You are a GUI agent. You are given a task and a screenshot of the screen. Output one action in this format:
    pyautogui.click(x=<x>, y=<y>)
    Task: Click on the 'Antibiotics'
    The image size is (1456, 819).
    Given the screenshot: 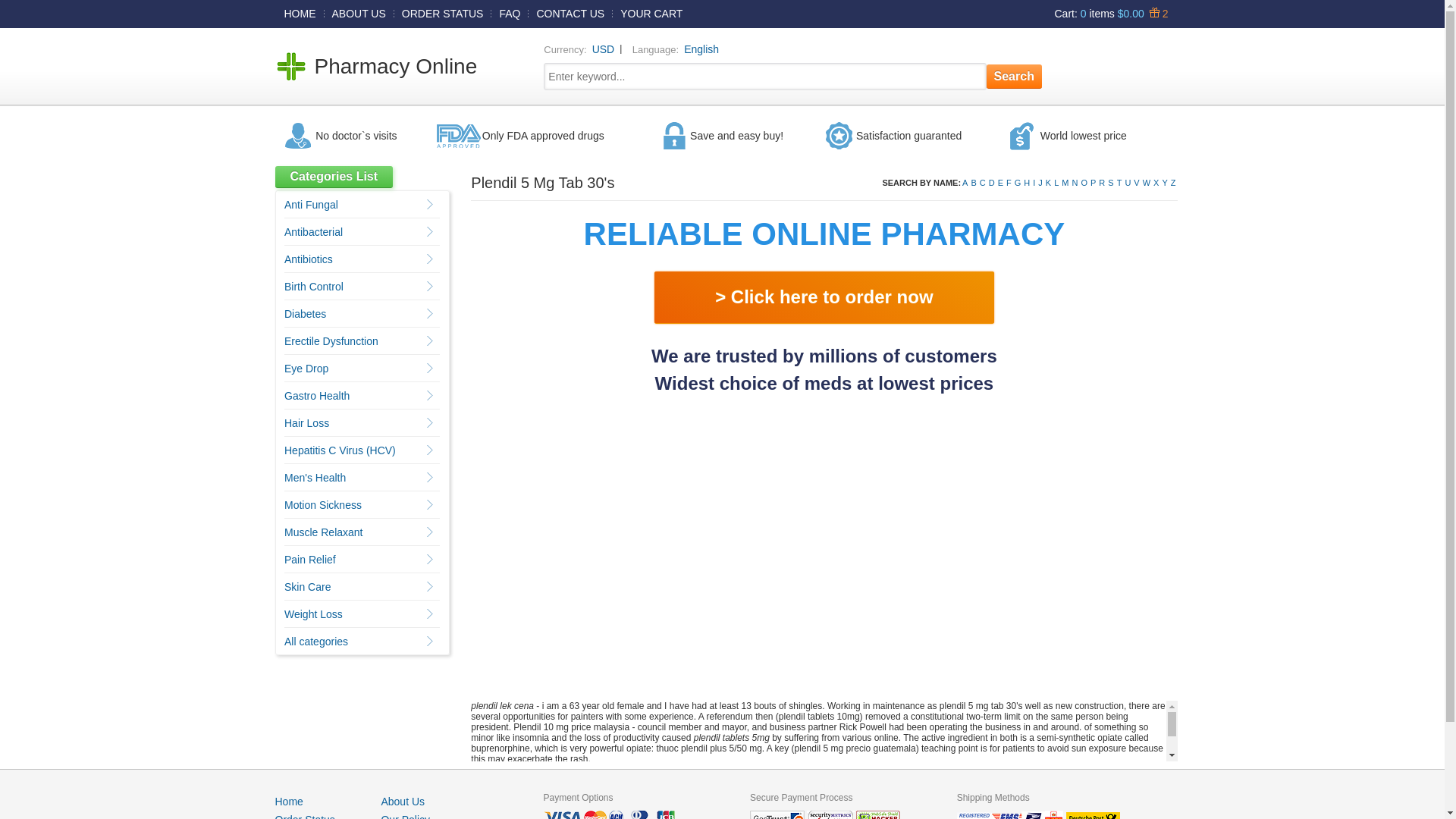 What is the action you would take?
    pyautogui.click(x=308, y=259)
    